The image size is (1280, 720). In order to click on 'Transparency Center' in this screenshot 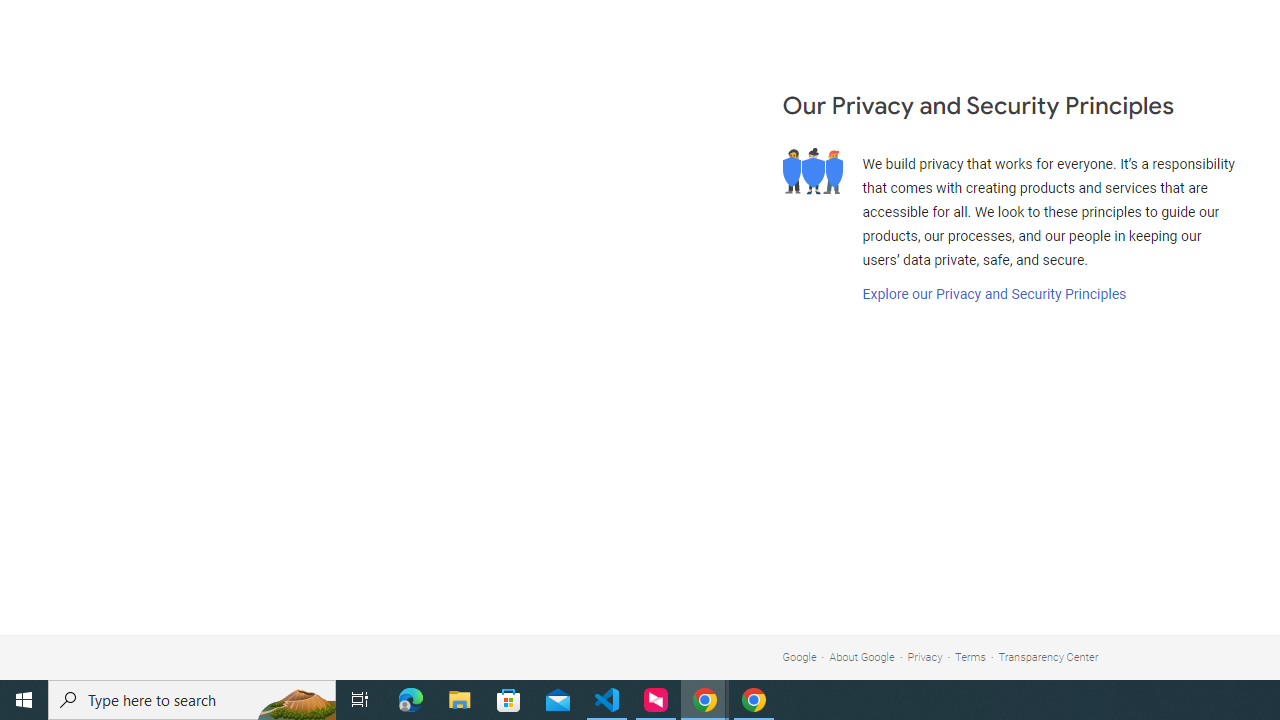, I will do `click(1047, 657)`.